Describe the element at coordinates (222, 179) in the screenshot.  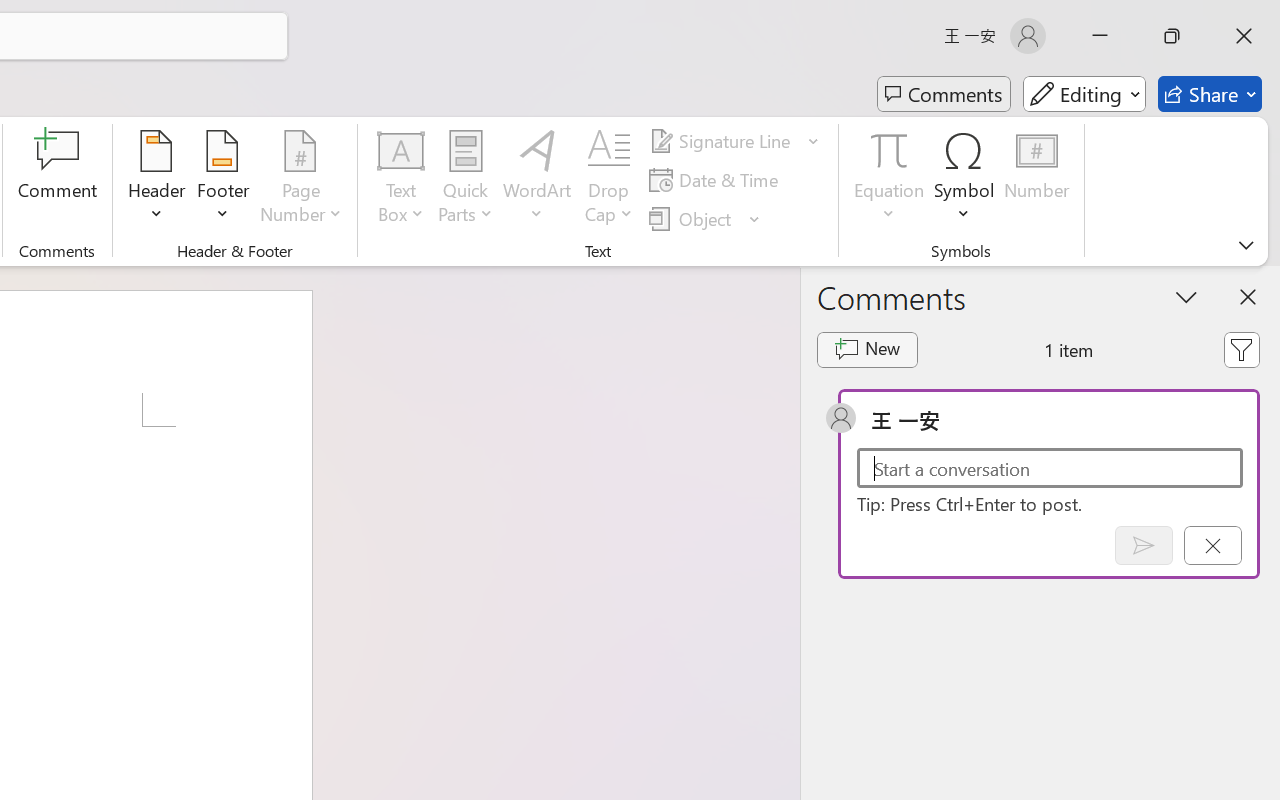
I see `'Footer'` at that location.